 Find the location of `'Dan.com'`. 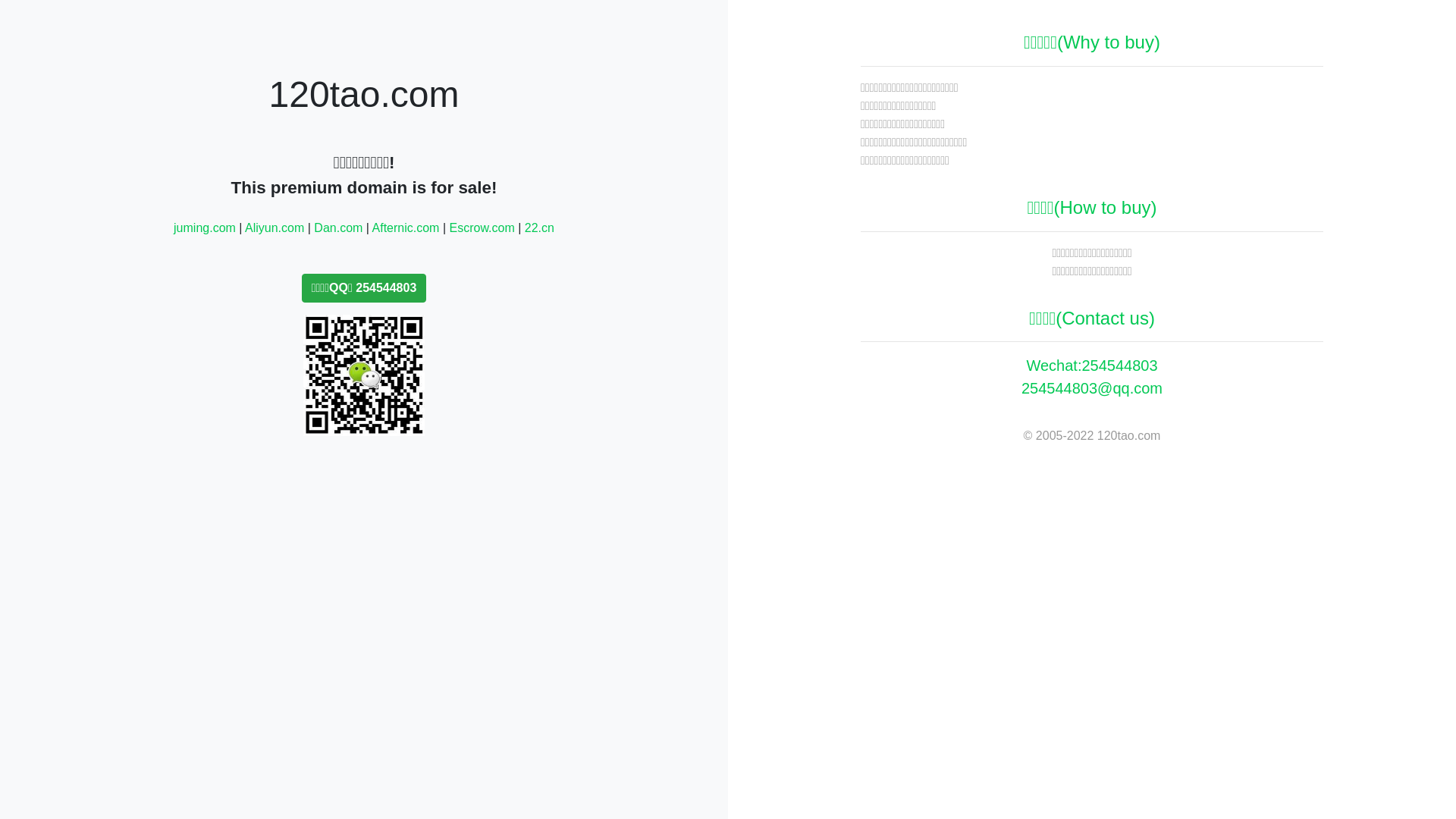

'Dan.com' is located at coordinates (337, 227).